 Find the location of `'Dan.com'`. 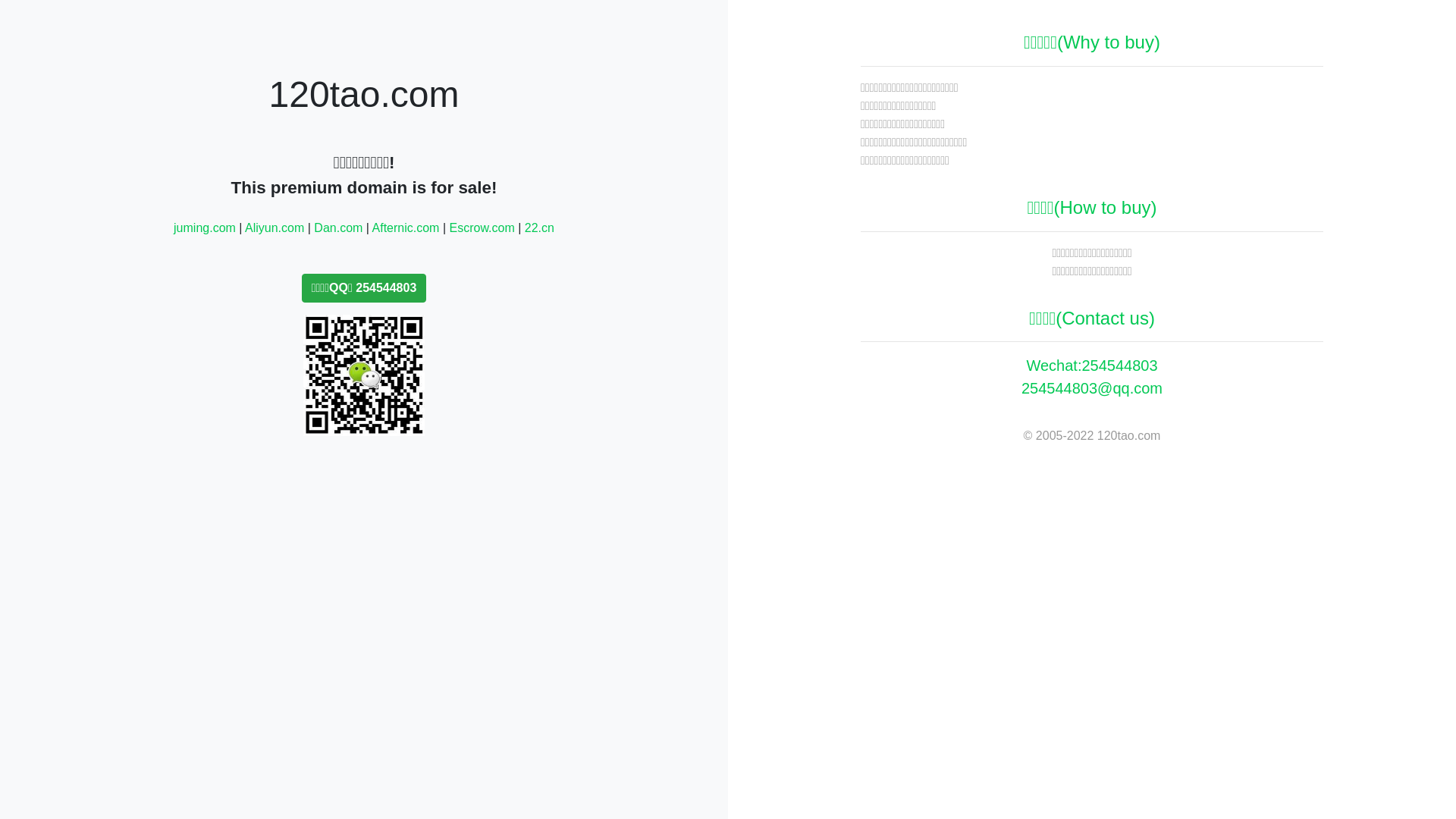

'Dan.com' is located at coordinates (337, 227).